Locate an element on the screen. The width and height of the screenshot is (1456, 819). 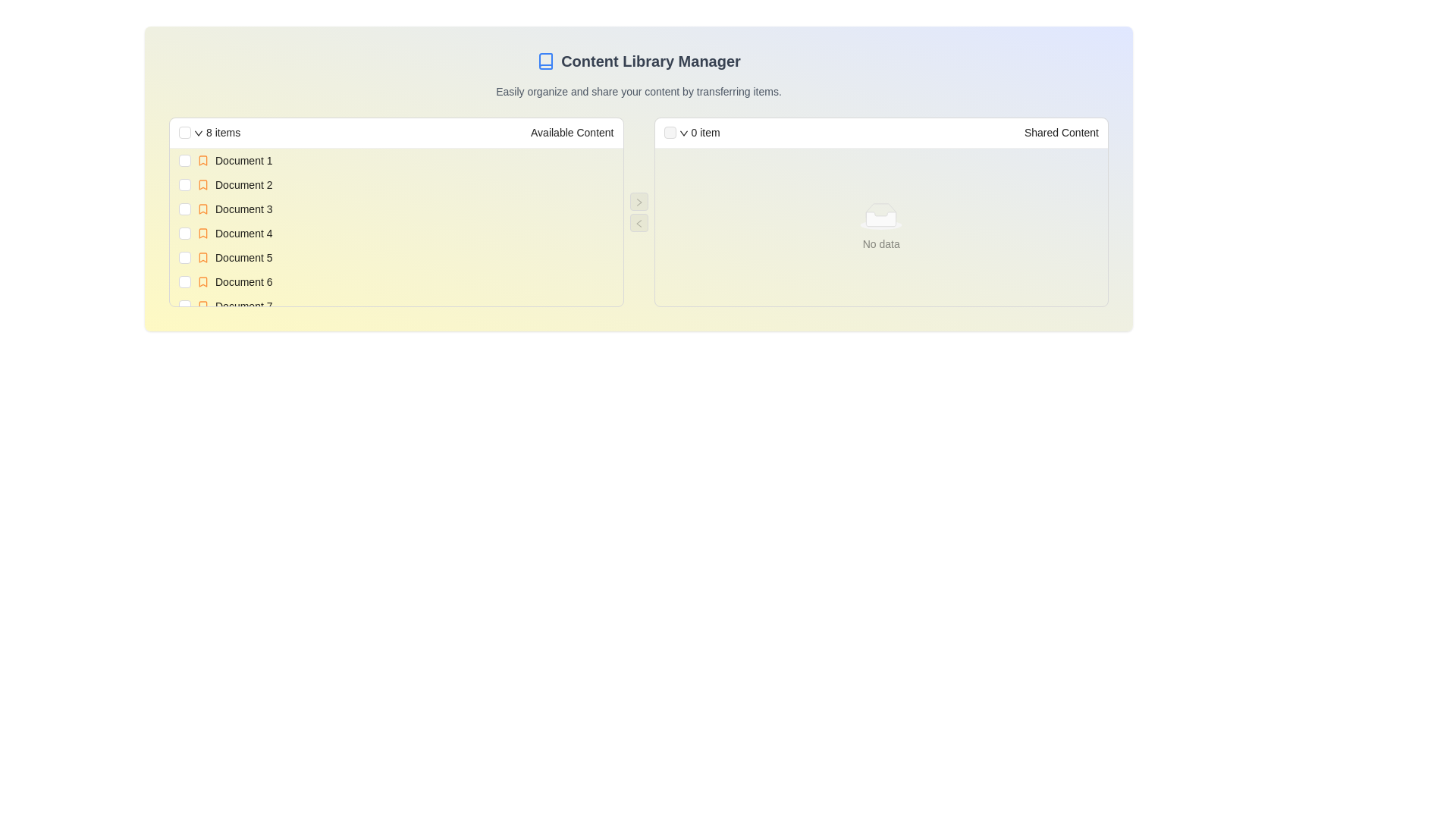
the 'Document 2' selectable list item to focus or highlight it is located at coordinates (396, 184).